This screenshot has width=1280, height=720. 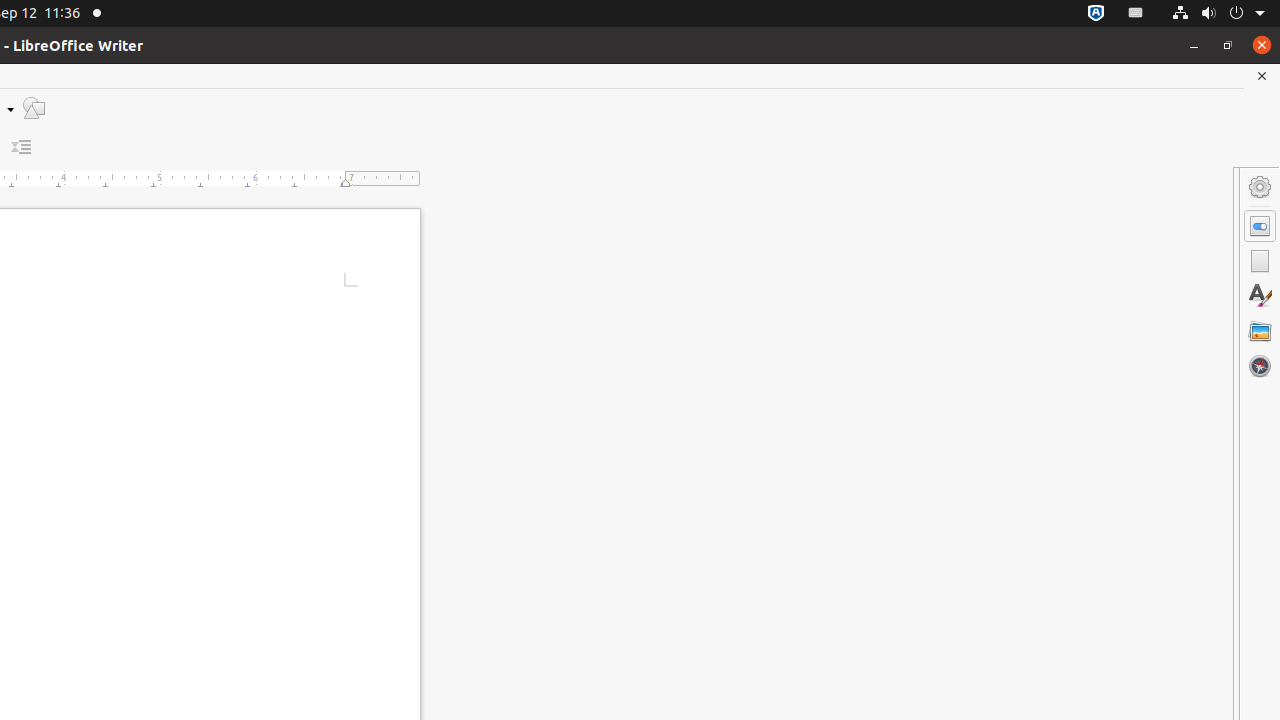 I want to click on 'Styles', so click(x=1259, y=295).